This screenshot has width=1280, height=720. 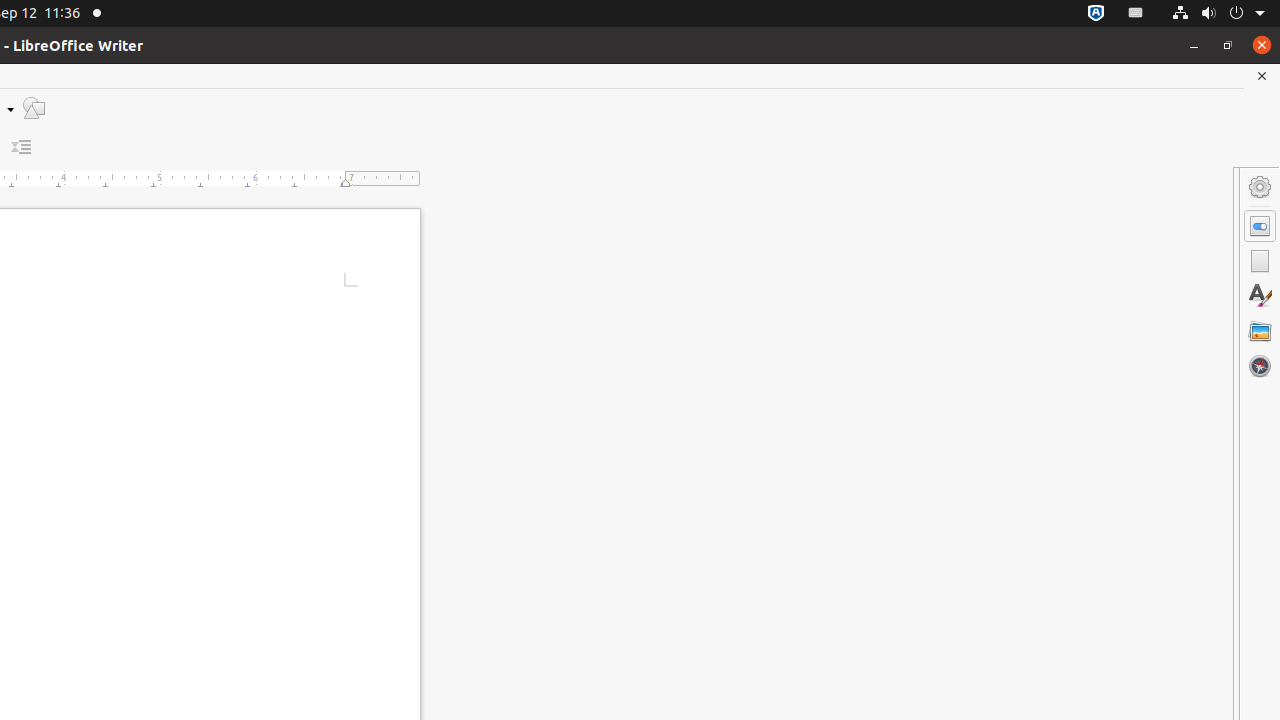 I want to click on 'Styles', so click(x=1259, y=295).